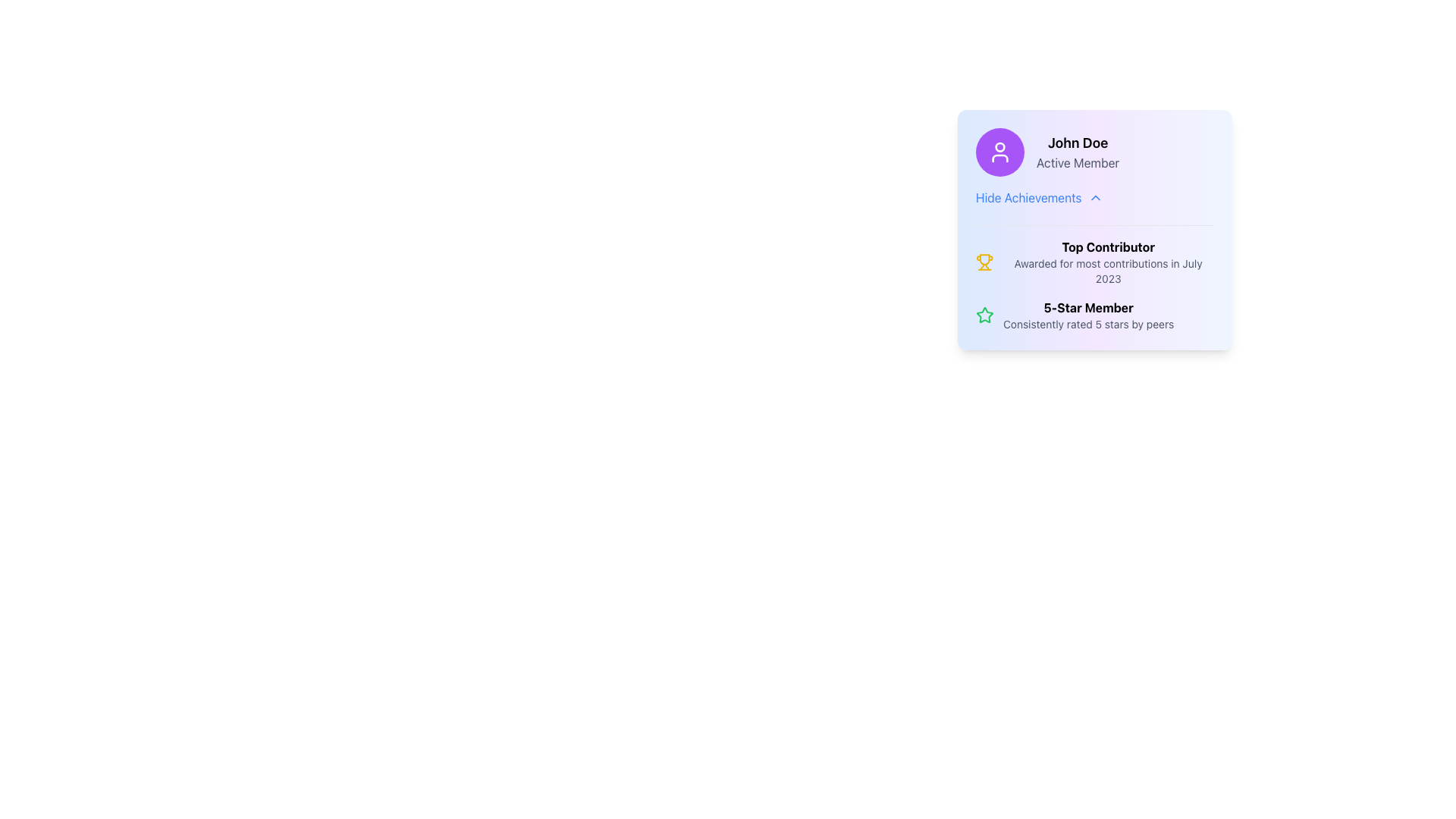 The height and width of the screenshot is (819, 1456). I want to click on the 'Top Contributor' text label, which is displayed in bold black font at the top center of the user achievements card, so click(1108, 246).